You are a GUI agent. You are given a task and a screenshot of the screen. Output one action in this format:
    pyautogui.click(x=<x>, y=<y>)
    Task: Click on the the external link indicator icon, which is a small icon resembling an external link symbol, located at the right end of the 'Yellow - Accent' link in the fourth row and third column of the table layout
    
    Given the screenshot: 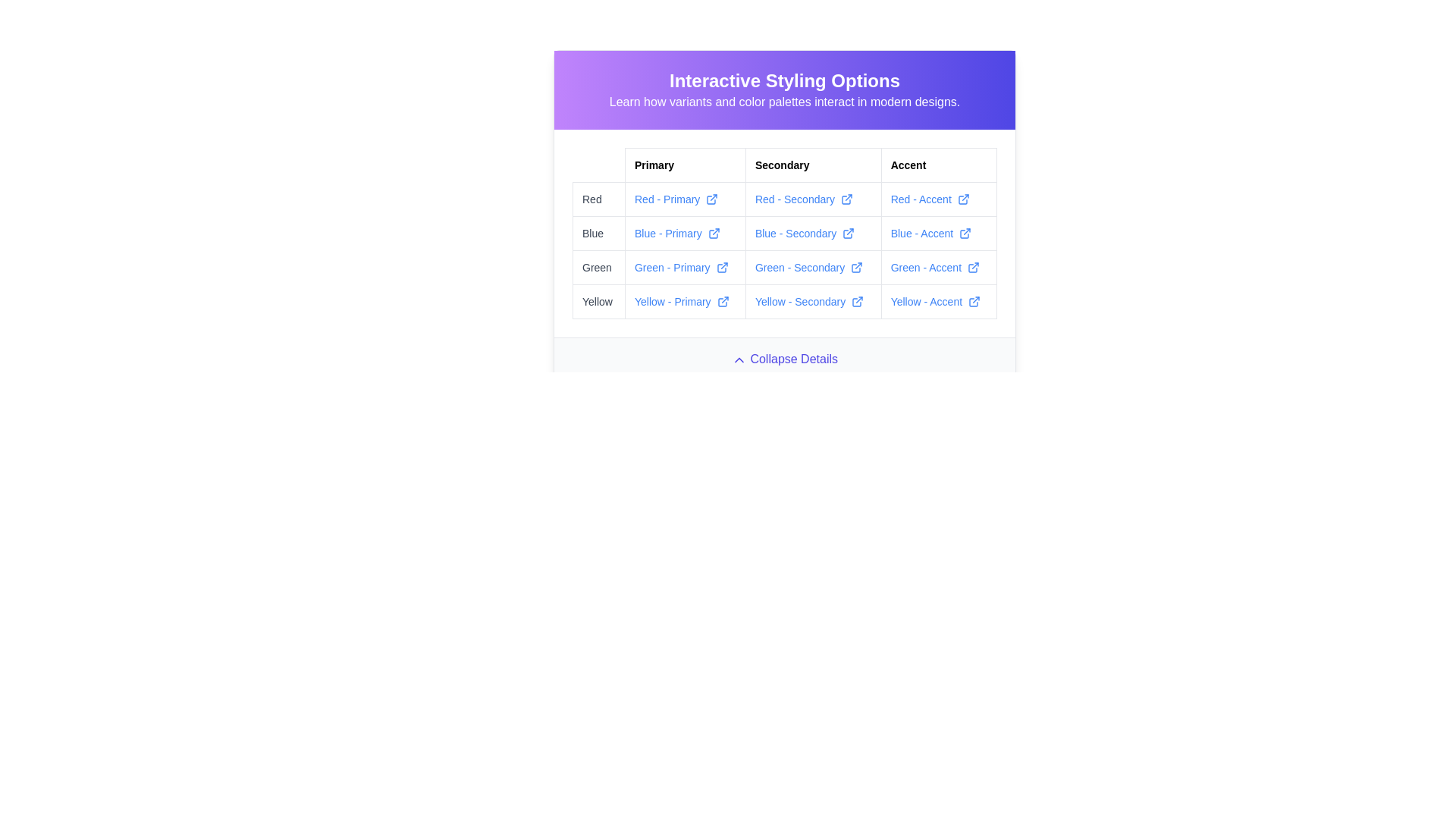 What is the action you would take?
    pyautogui.click(x=974, y=301)
    